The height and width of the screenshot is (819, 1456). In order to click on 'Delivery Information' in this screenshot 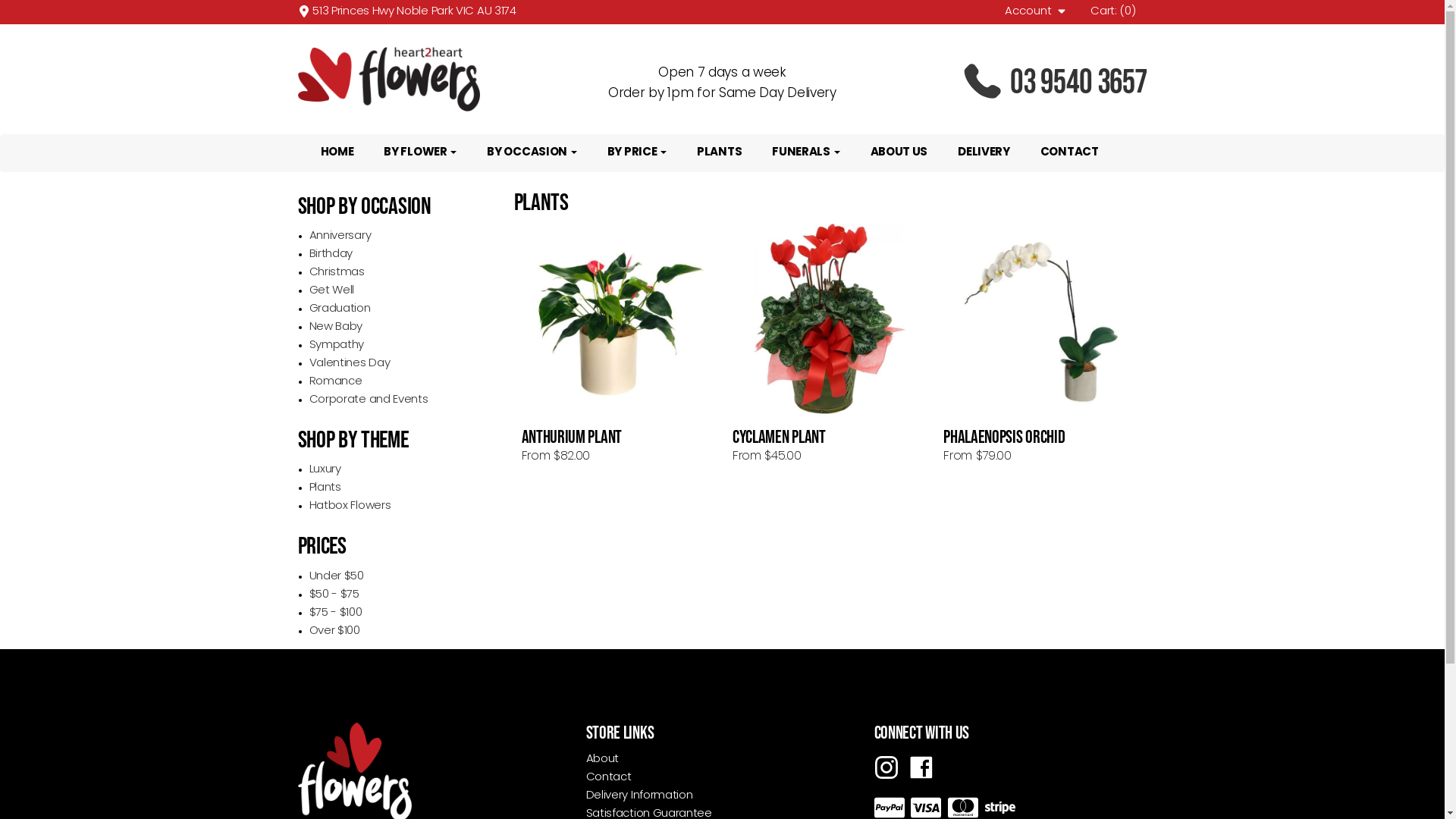, I will do `click(639, 795)`.